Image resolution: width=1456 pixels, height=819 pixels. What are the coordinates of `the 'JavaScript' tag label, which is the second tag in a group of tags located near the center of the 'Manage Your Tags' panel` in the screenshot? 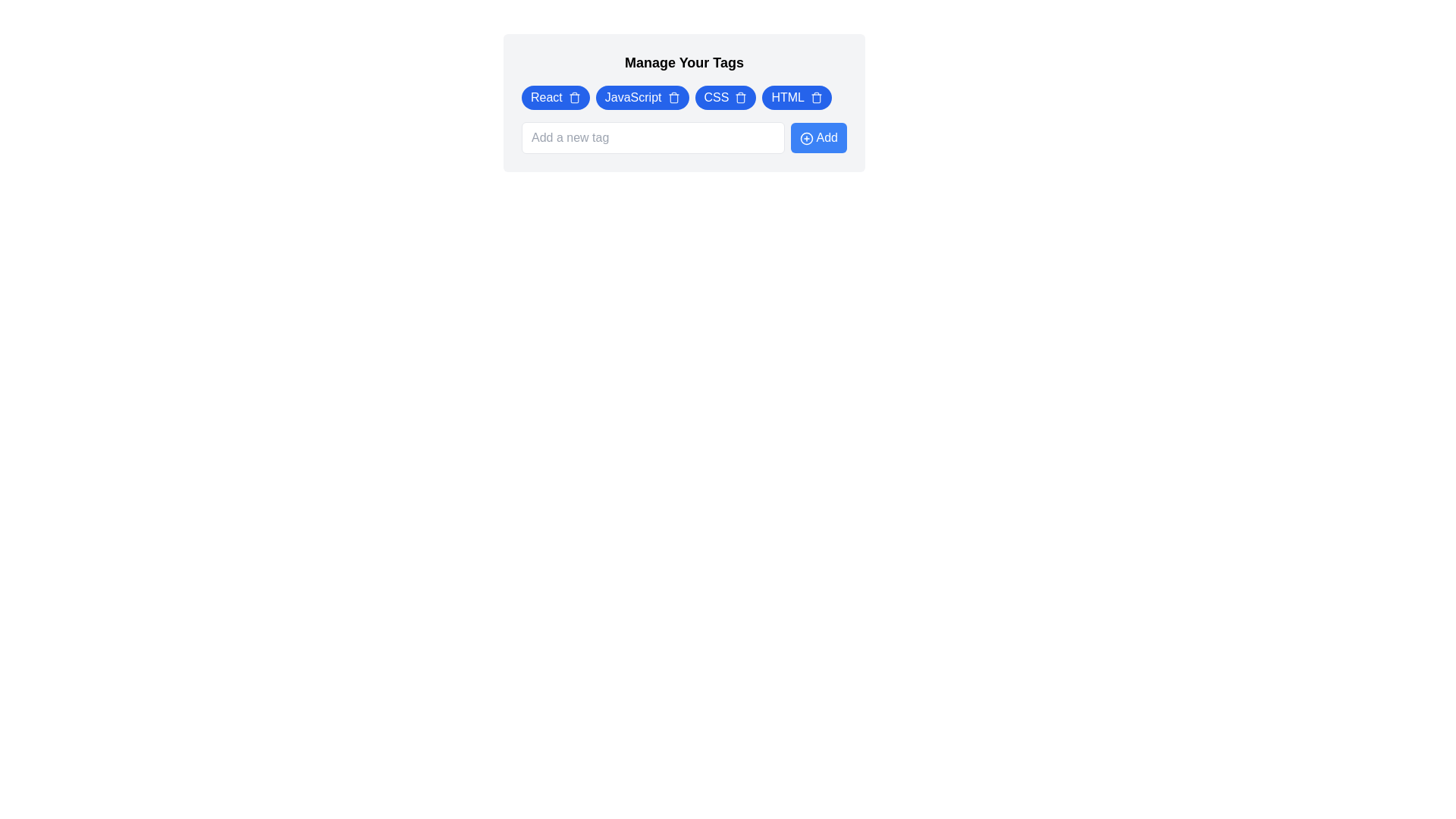 It's located at (633, 97).